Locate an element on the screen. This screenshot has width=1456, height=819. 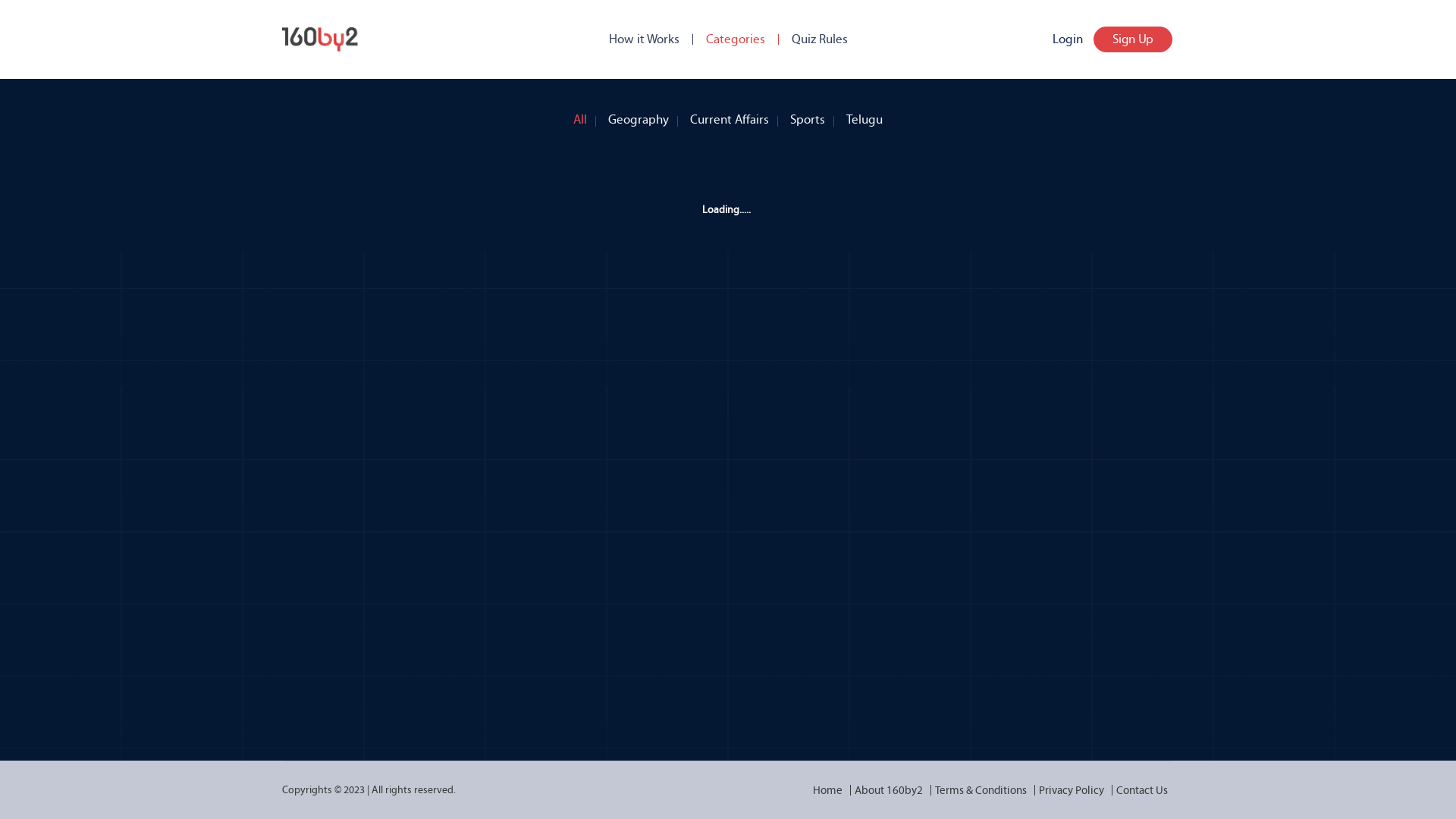
'Sign Up' is located at coordinates (1132, 38).